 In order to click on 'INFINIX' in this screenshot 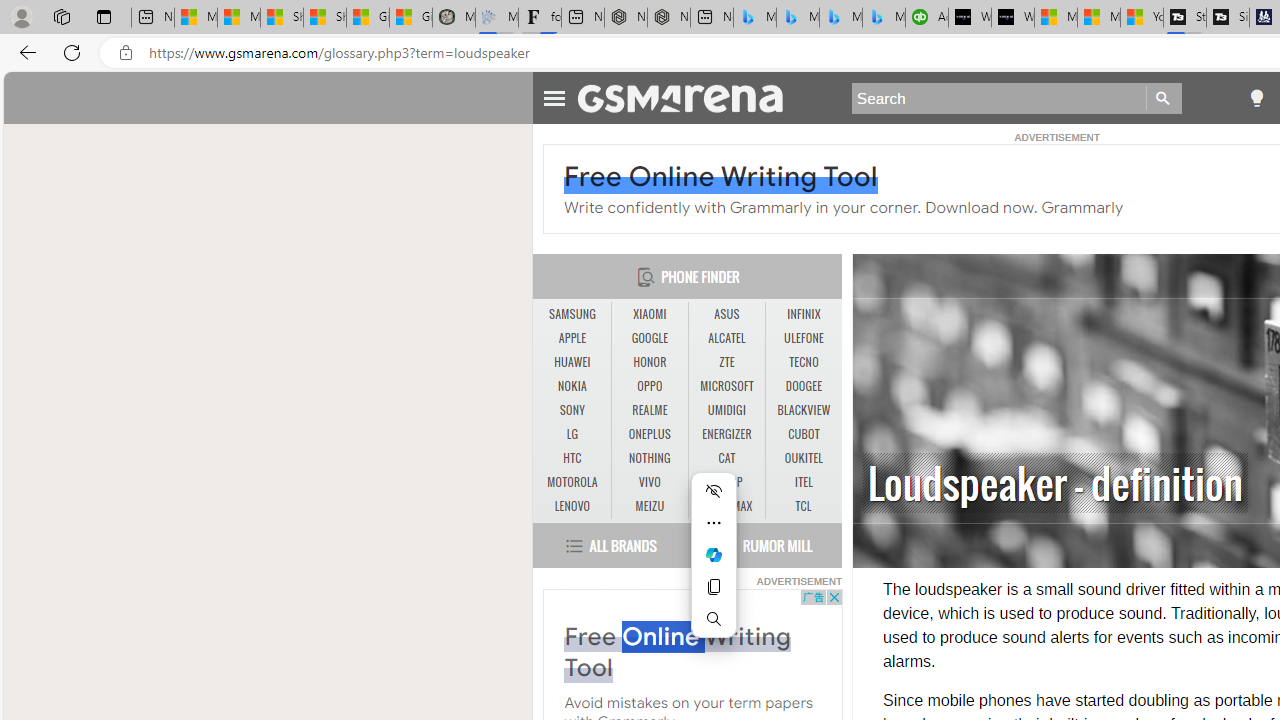, I will do `click(803, 315)`.